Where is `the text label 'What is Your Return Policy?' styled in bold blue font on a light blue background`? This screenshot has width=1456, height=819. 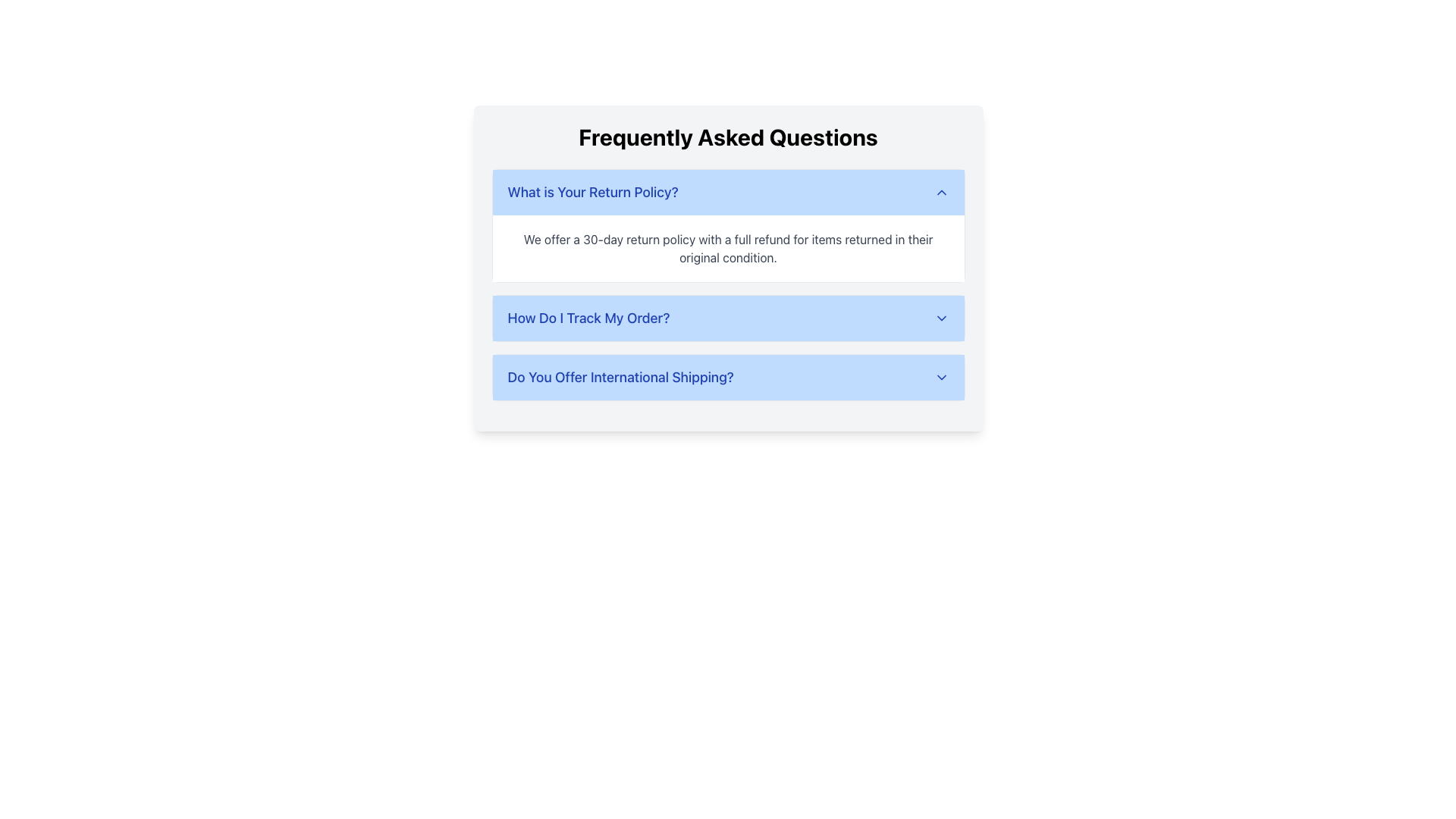 the text label 'What is Your Return Policy?' styled in bold blue font on a light blue background is located at coordinates (592, 192).